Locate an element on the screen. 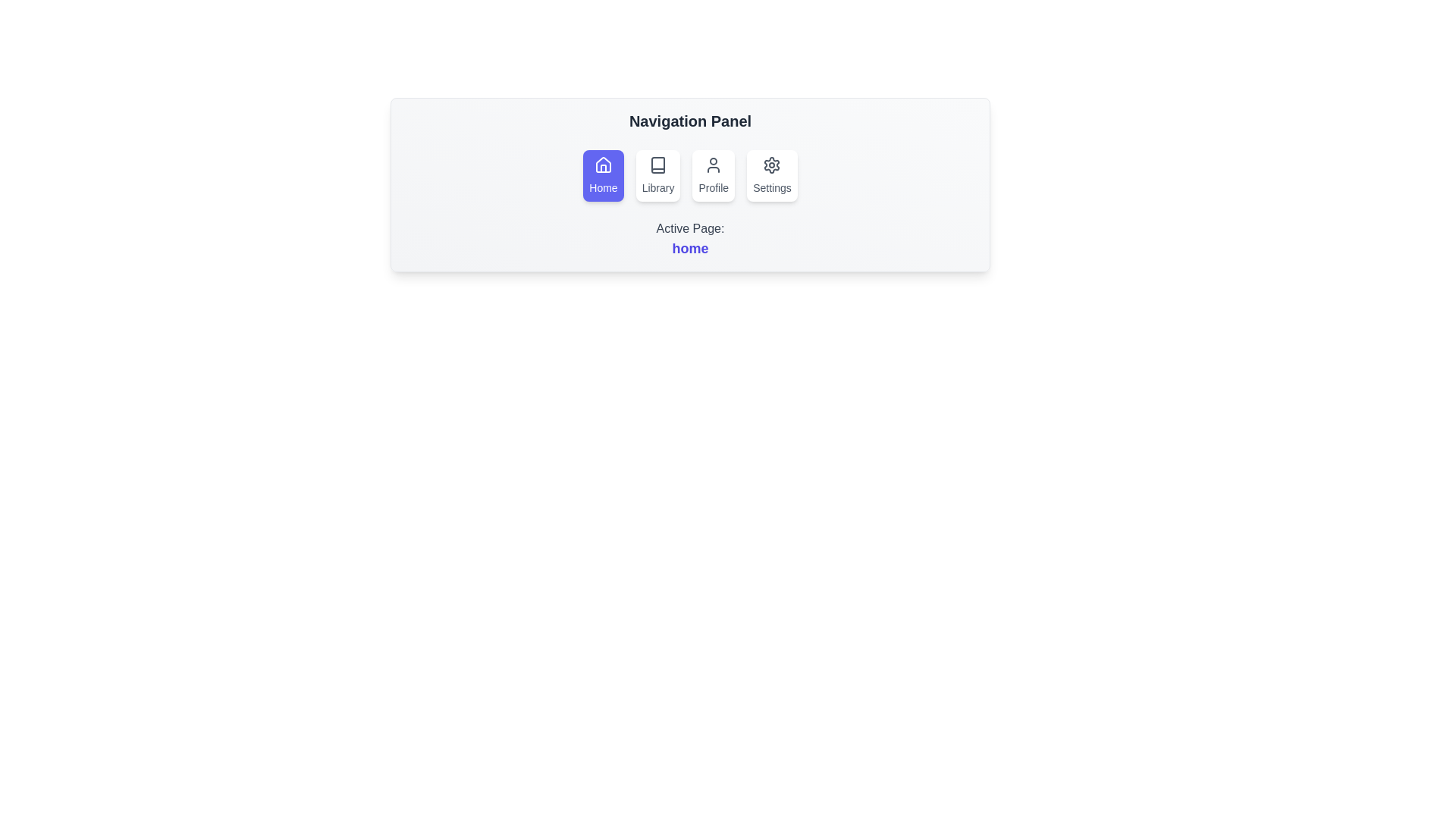 The image size is (1456, 819). the 'Settings' button, which is the fourth item in the navigation bar is located at coordinates (772, 174).